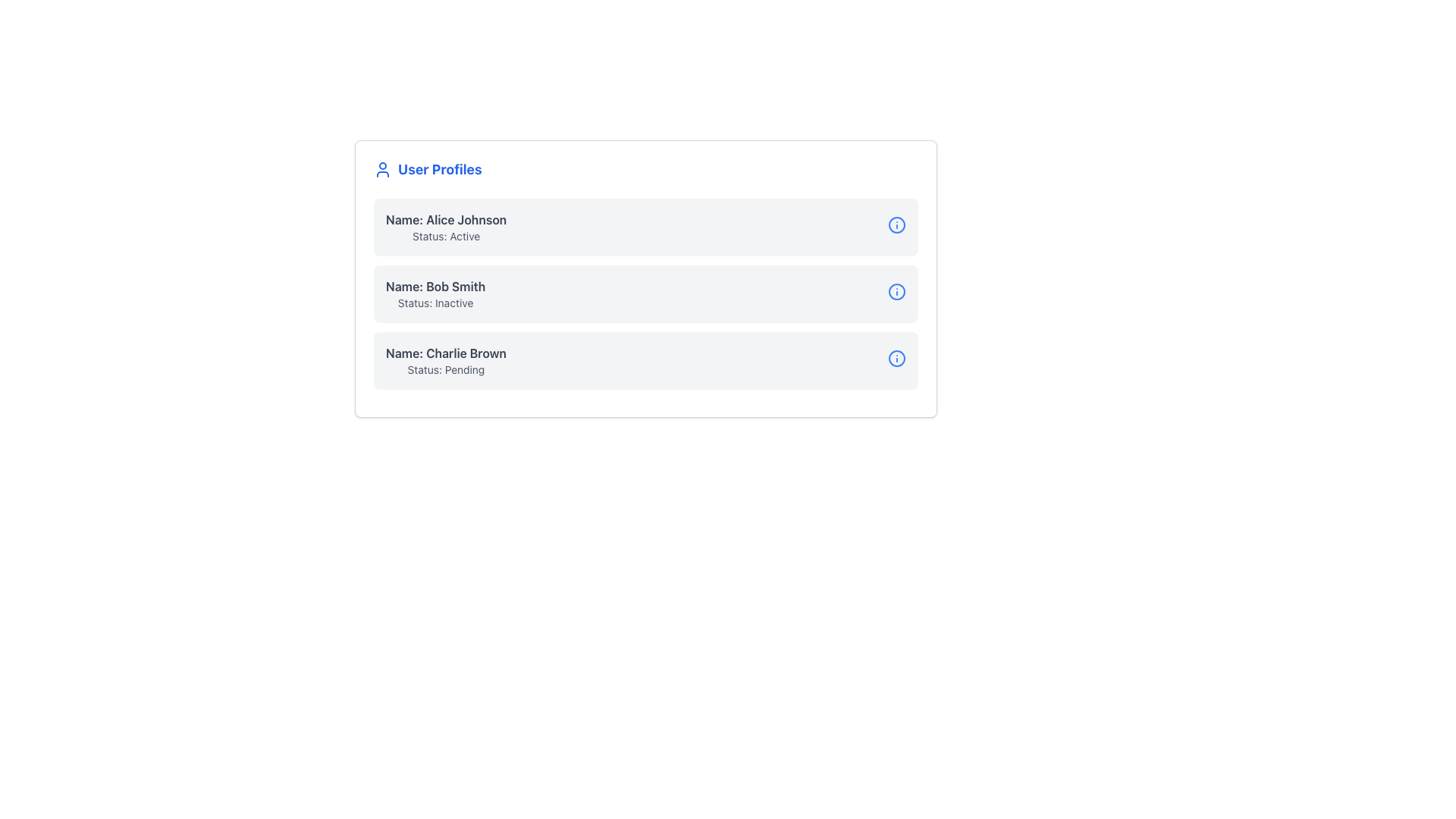  Describe the element at coordinates (435, 287) in the screenshot. I see `the user name label in the second user profile card, which is positioned above the 'Status: Inactive' text` at that location.